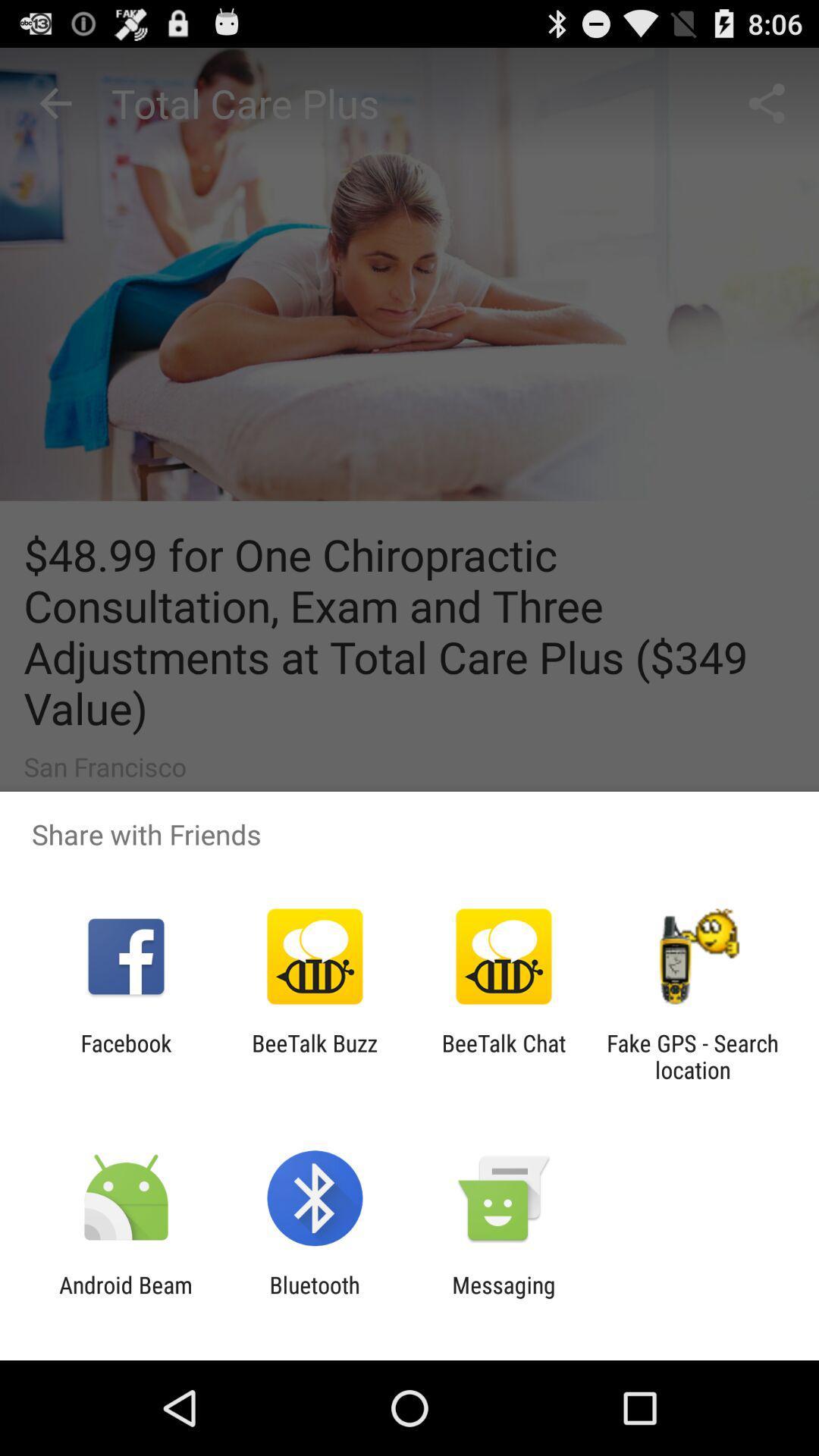 Image resolution: width=819 pixels, height=1456 pixels. Describe the element at coordinates (125, 1056) in the screenshot. I see `the item to the left of beetalk buzz app` at that location.